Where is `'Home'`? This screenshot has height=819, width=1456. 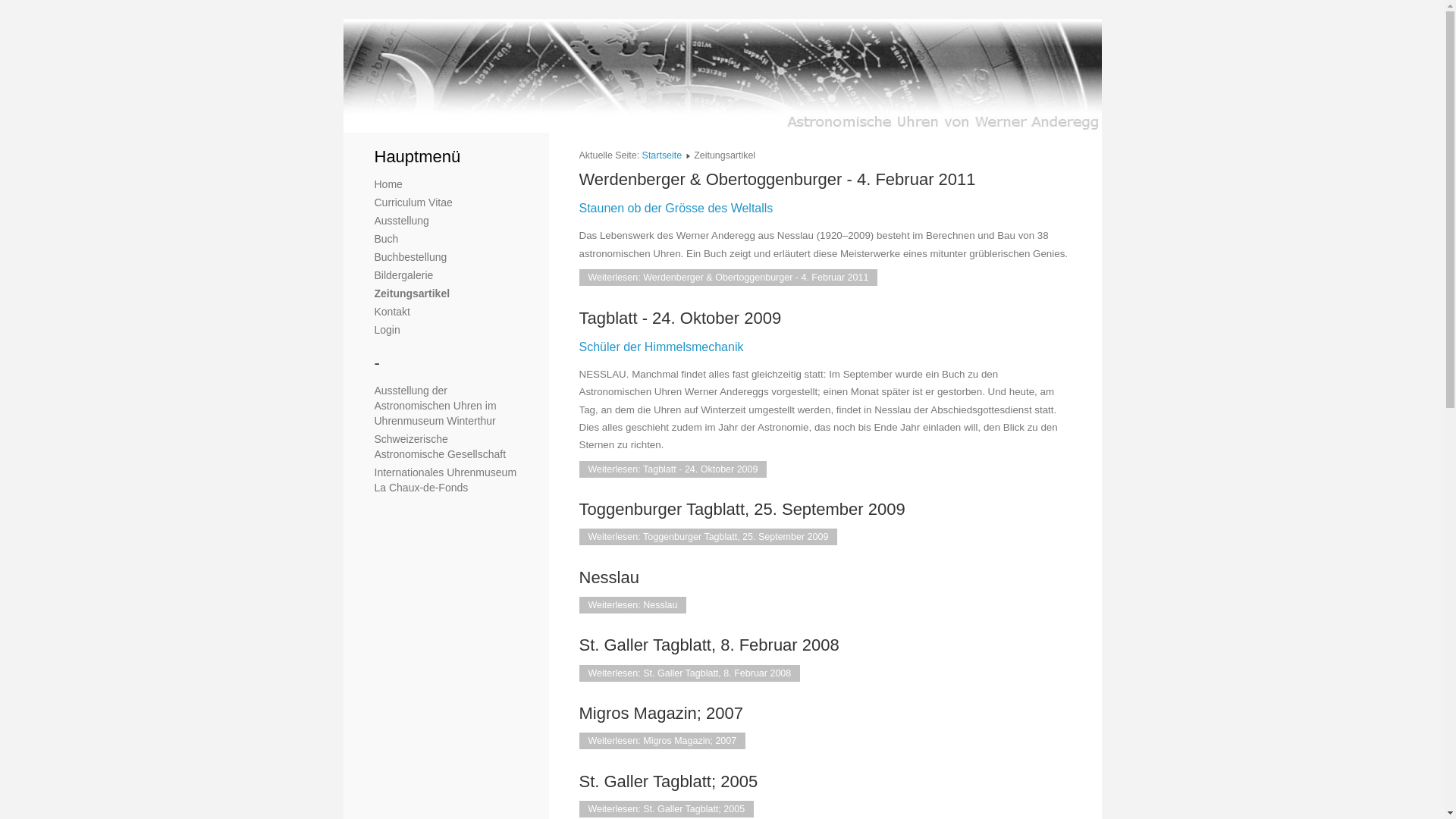
'Home' is located at coordinates (388, 184).